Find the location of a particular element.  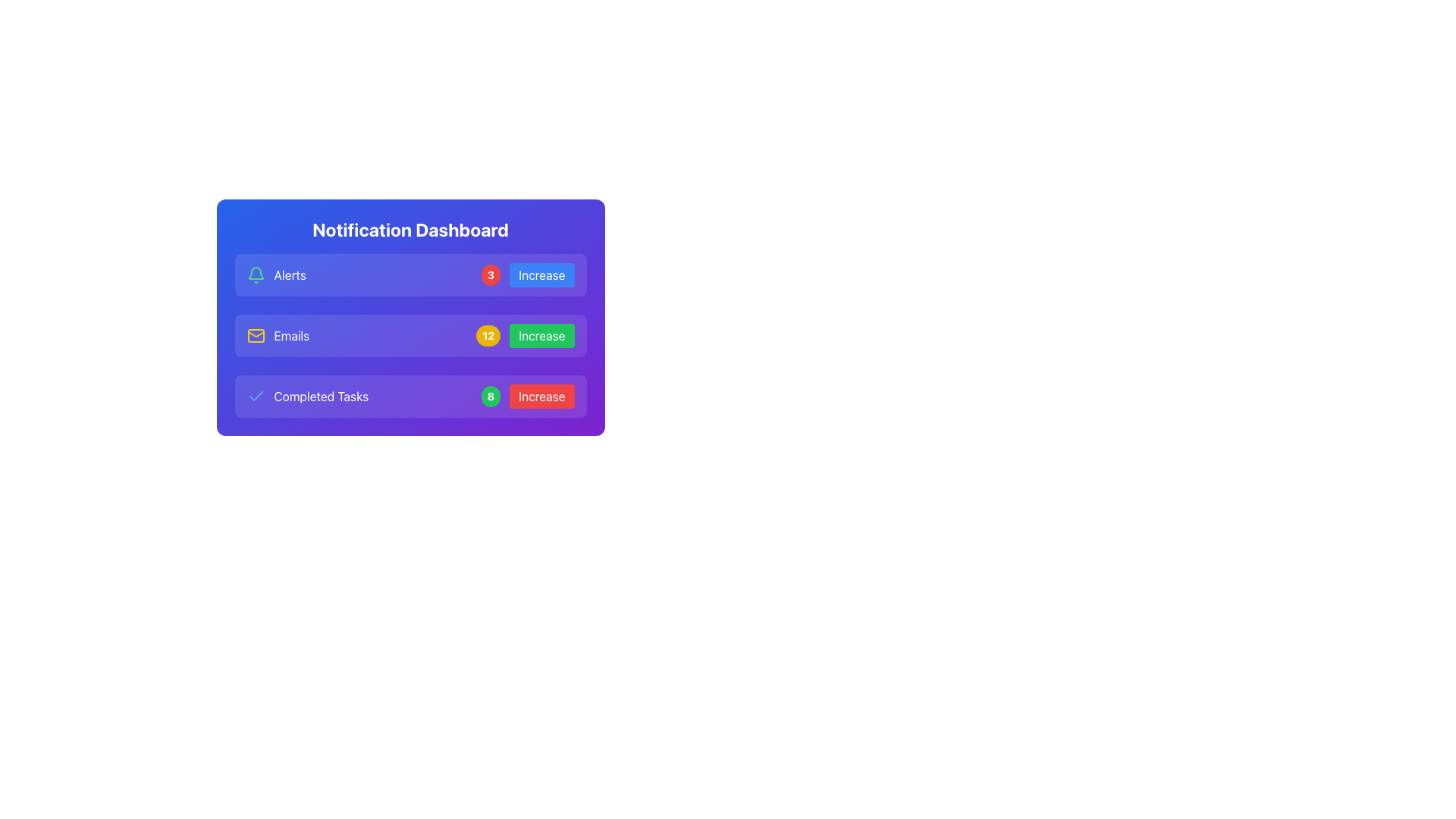

the header label for the 'Notification Dashboard' which is centrally aligned at the top of the main dashboard card is located at coordinates (410, 230).